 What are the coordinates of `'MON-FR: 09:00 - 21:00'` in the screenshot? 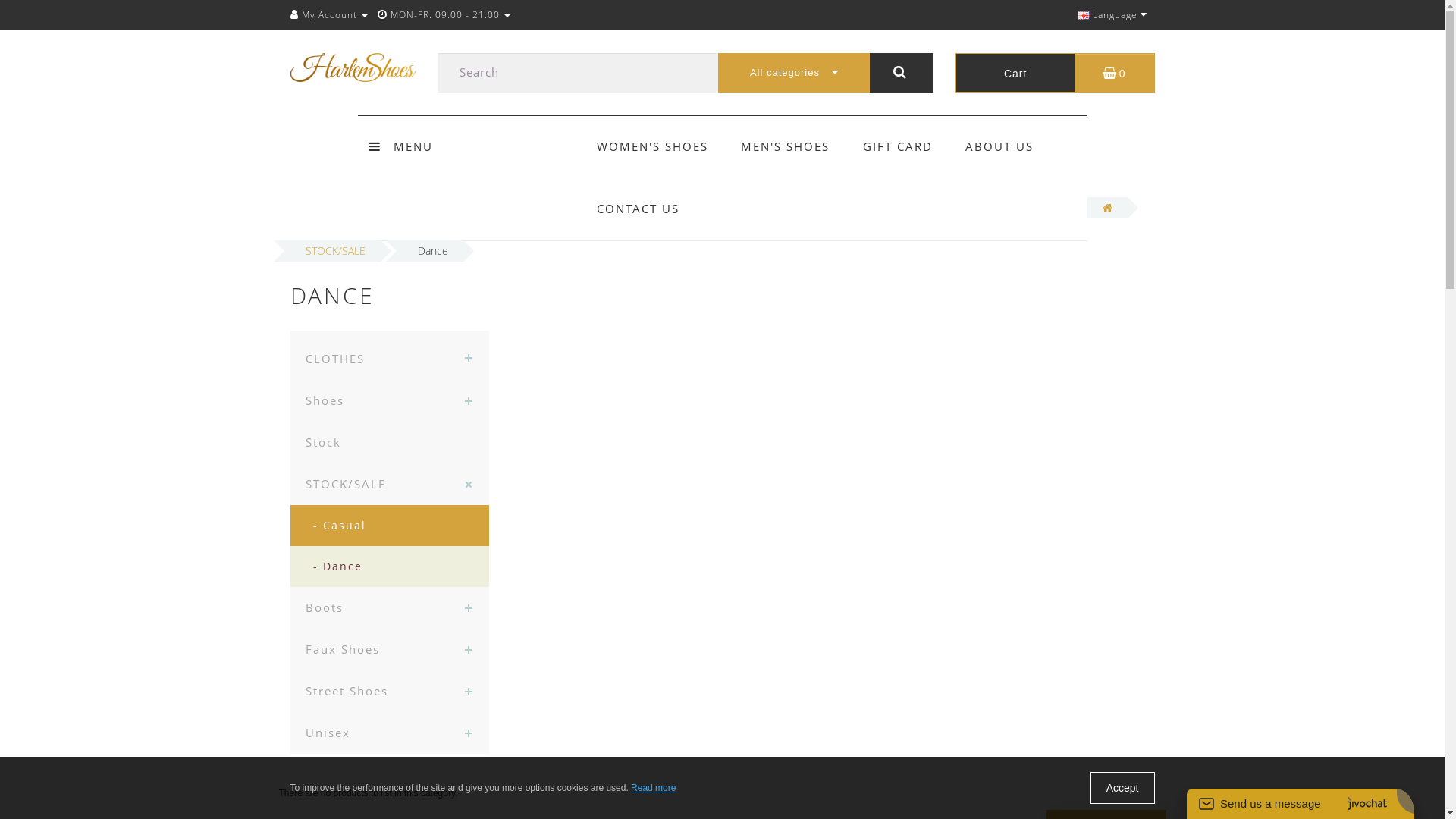 It's located at (378, 14).